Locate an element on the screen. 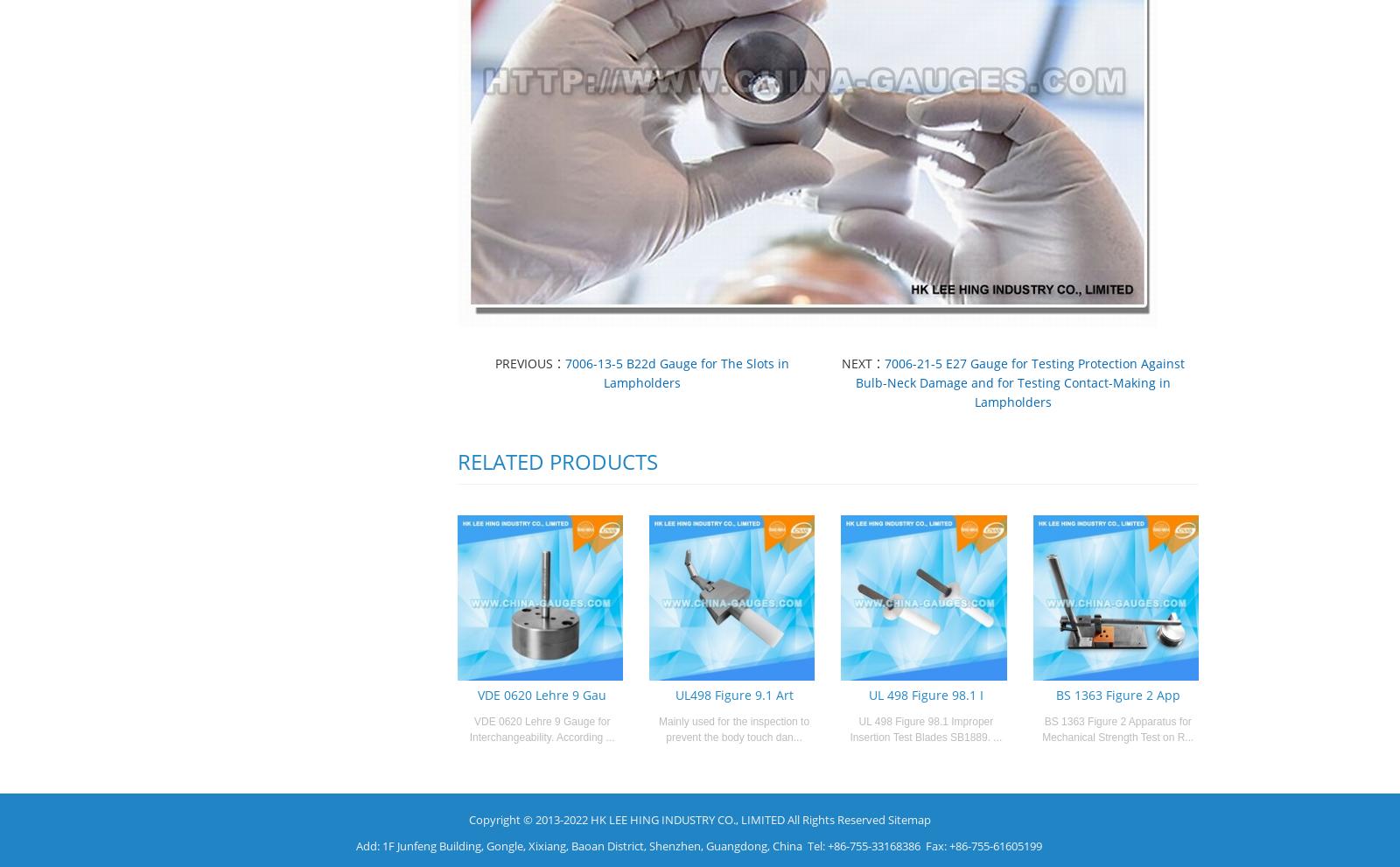 This screenshot has height=867, width=1400. 'Copyright © 2013-2022 HK LEE HING INDUSTRY CO., LIMITED All Rights Reserved' is located at coordinates (678, 818).